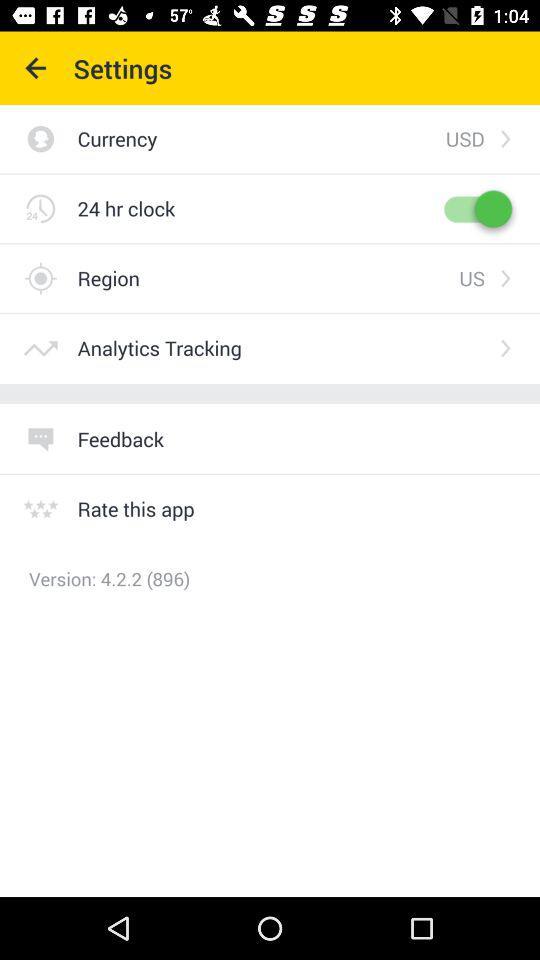 The width and height of the screenshot is (540, 960). What do you see at coordinates (472, 277) in the screenshot?
I see `the us` at bounding box center [472, 277].